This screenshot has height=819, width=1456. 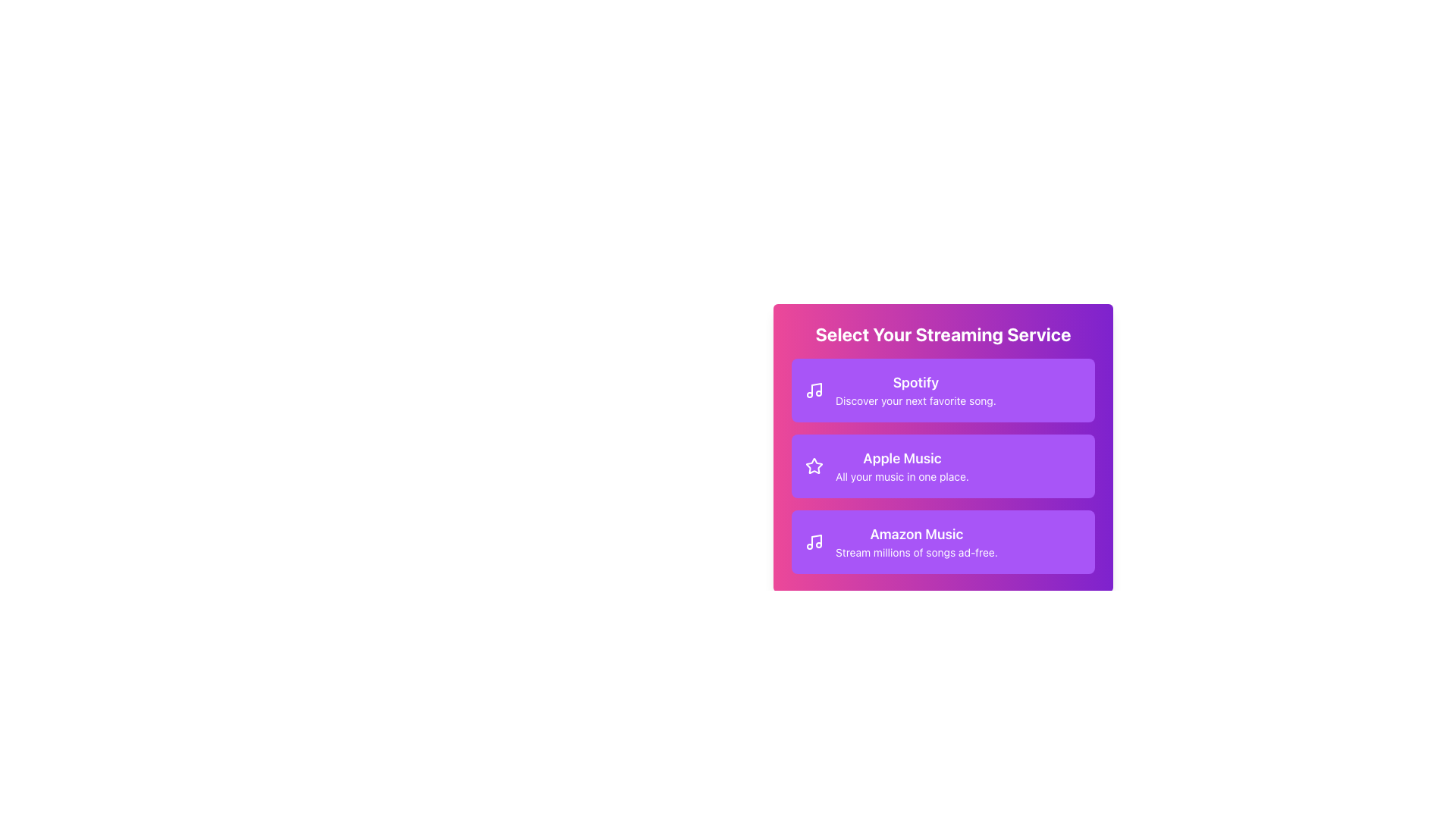 I want to click on the middle button in the vertical list, so click(x=942, y=465).